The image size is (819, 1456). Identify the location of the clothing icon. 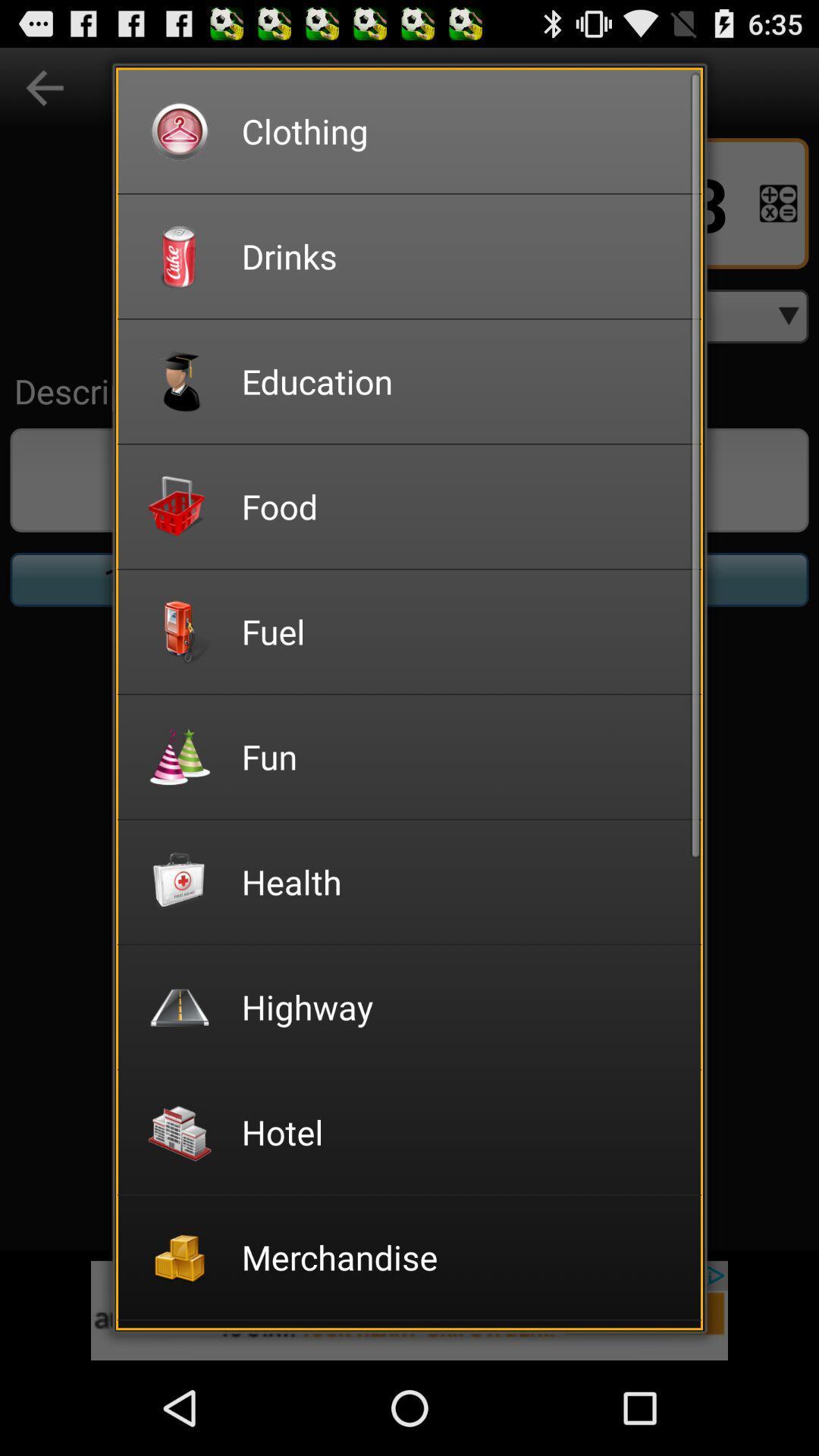
(460, 130).